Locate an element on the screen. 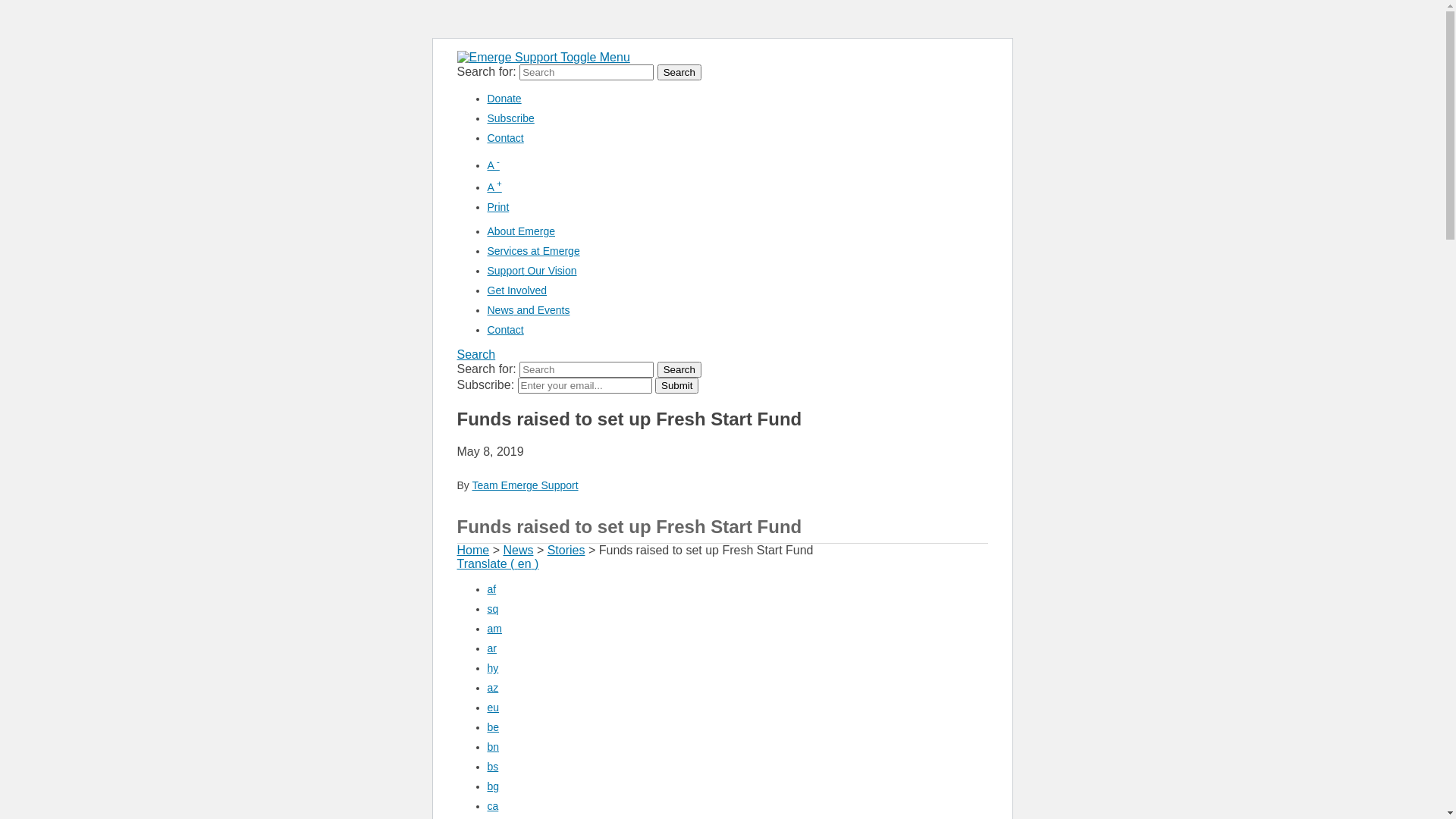 Image resolution: width=1456 pixels, height=819 pixels. 'Submit' is located at coordinates (655, 384).